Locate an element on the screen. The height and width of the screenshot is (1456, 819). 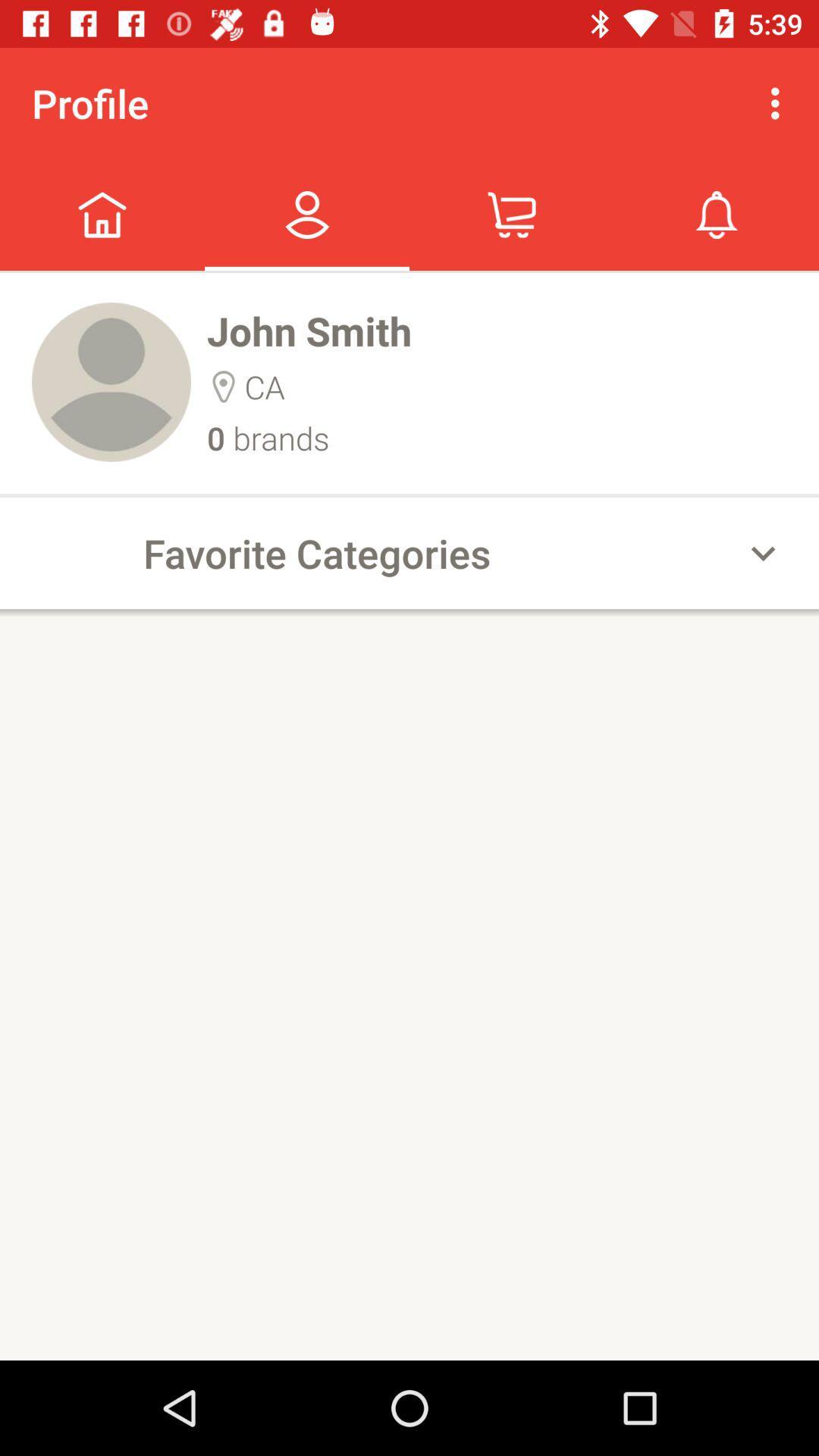
item to the right of the profile icon is located at coordinates (779, 102).